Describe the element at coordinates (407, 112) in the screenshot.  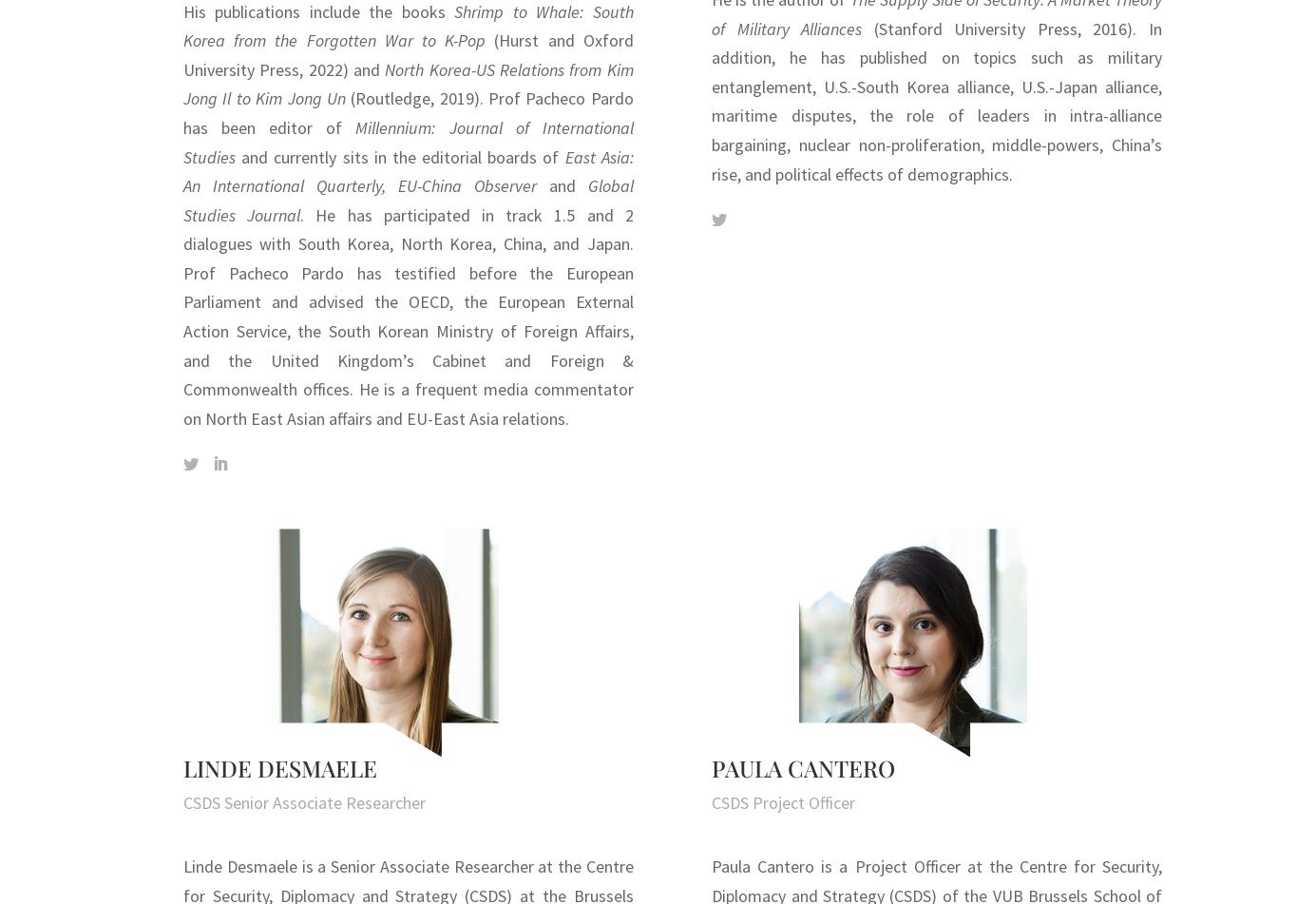
I see `'(Routledge, 2019). Prof Pacheco Pardo has been editor of'` at that location.